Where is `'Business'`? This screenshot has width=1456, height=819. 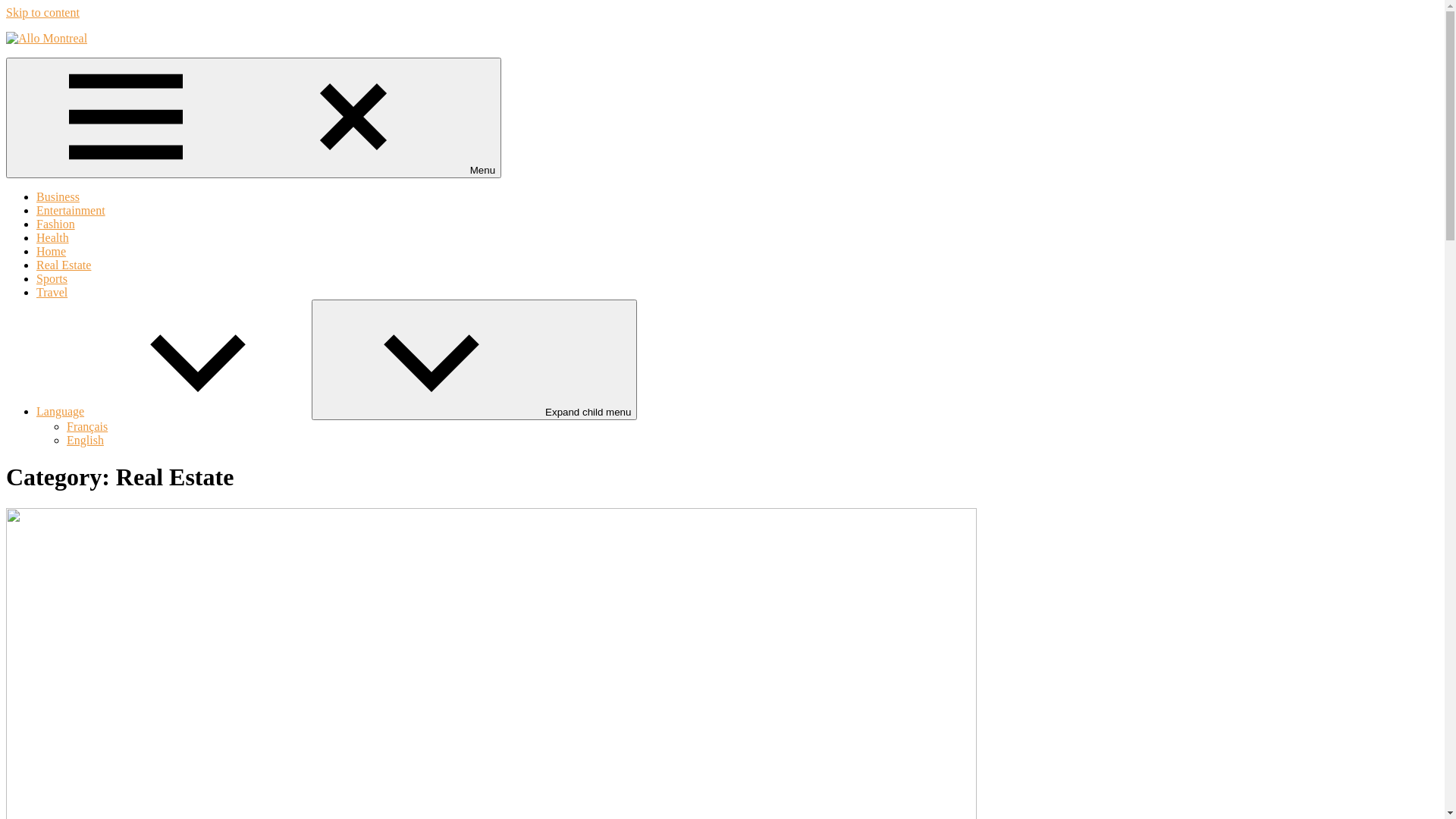
'Business' is located at coordinates (36, 196).